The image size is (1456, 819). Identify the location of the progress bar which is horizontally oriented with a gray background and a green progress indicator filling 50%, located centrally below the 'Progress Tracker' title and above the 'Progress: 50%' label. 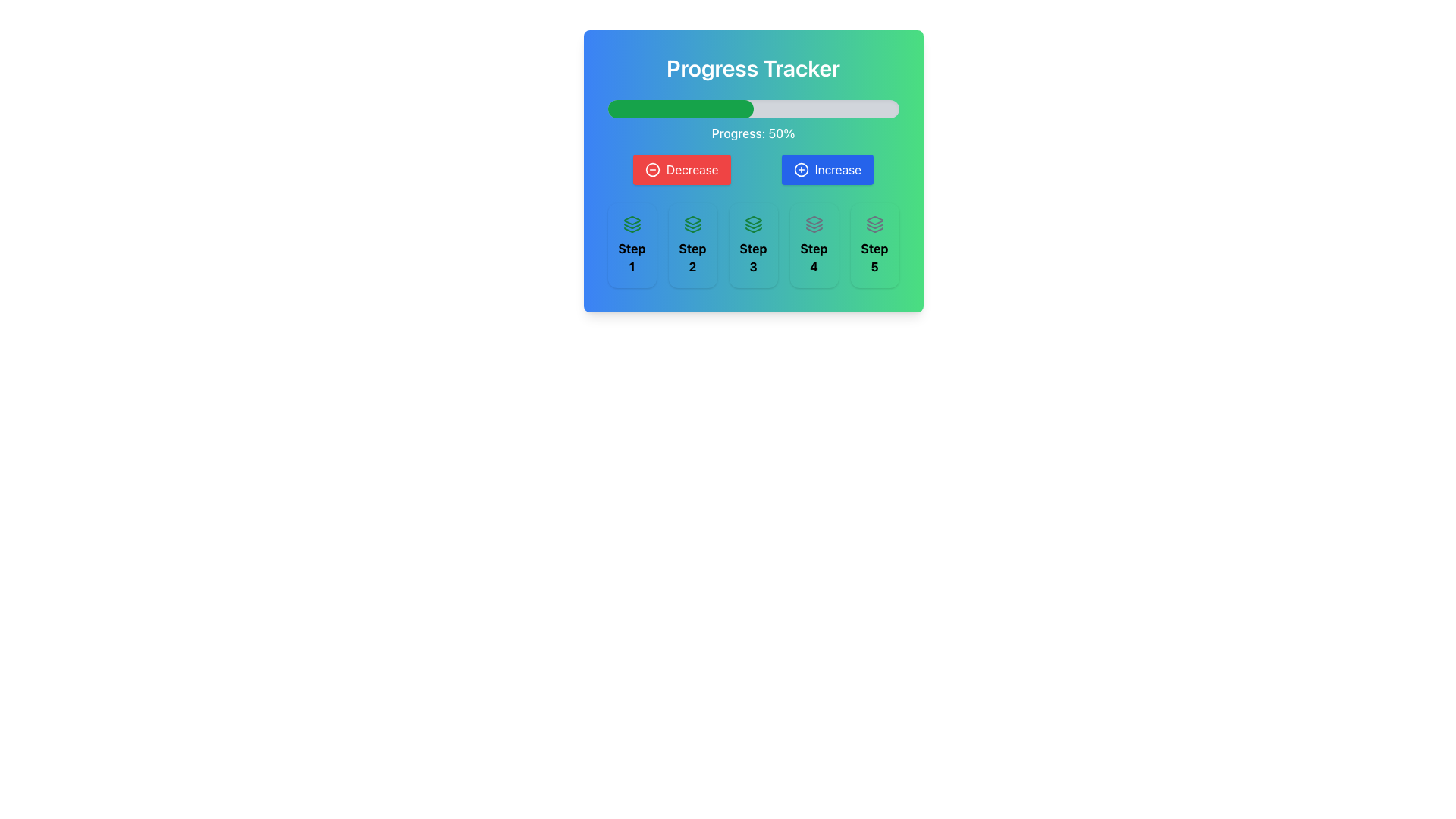
(753, 108).